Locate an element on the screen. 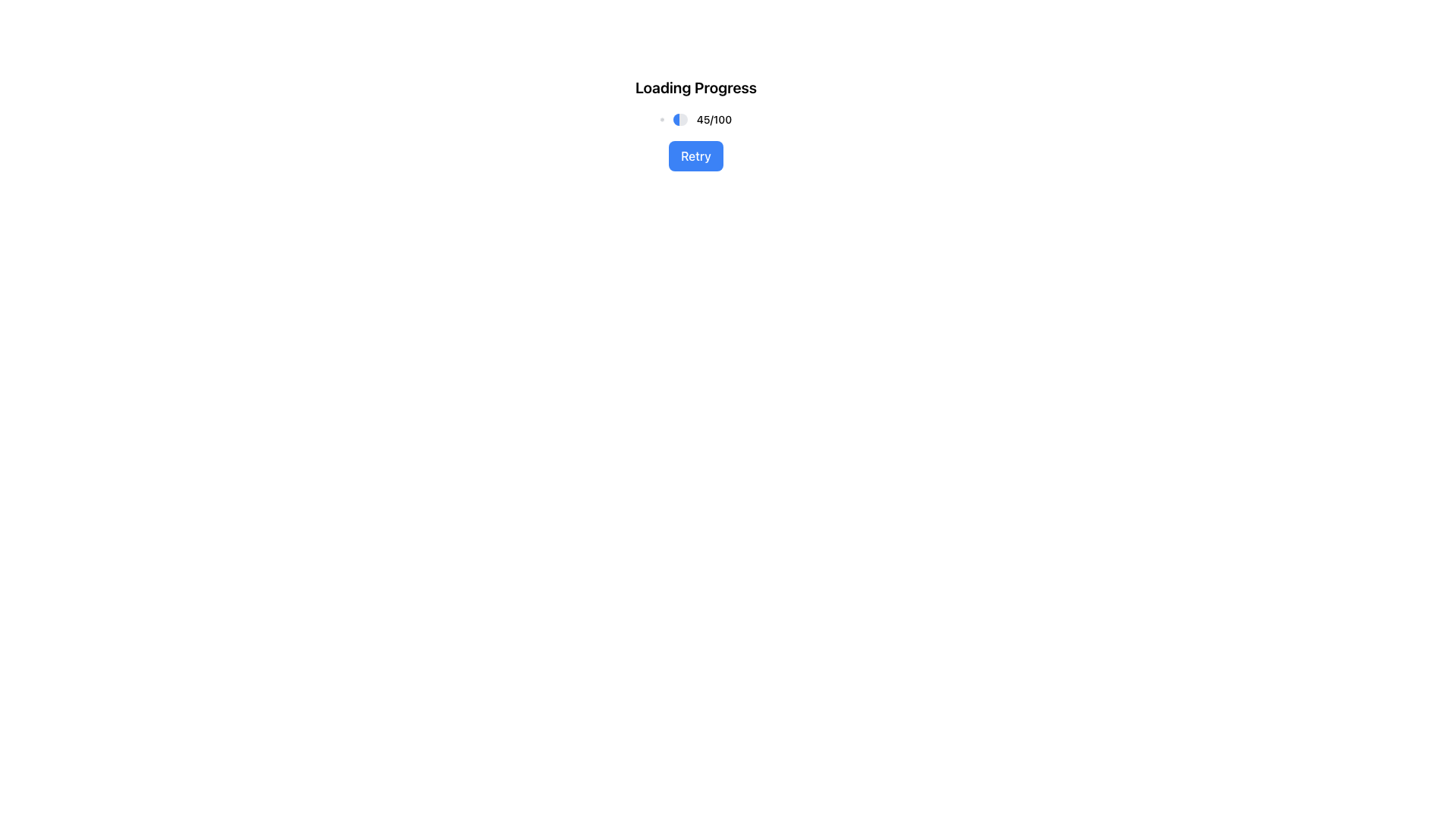 The width and height of the screenshot is (1456, 819). the Progress Indicator with Text, which displays a circular blue and gray loader icon and the text '45/100', located beneath the 'Loading Progress' header is located at coordinates (695, 119).